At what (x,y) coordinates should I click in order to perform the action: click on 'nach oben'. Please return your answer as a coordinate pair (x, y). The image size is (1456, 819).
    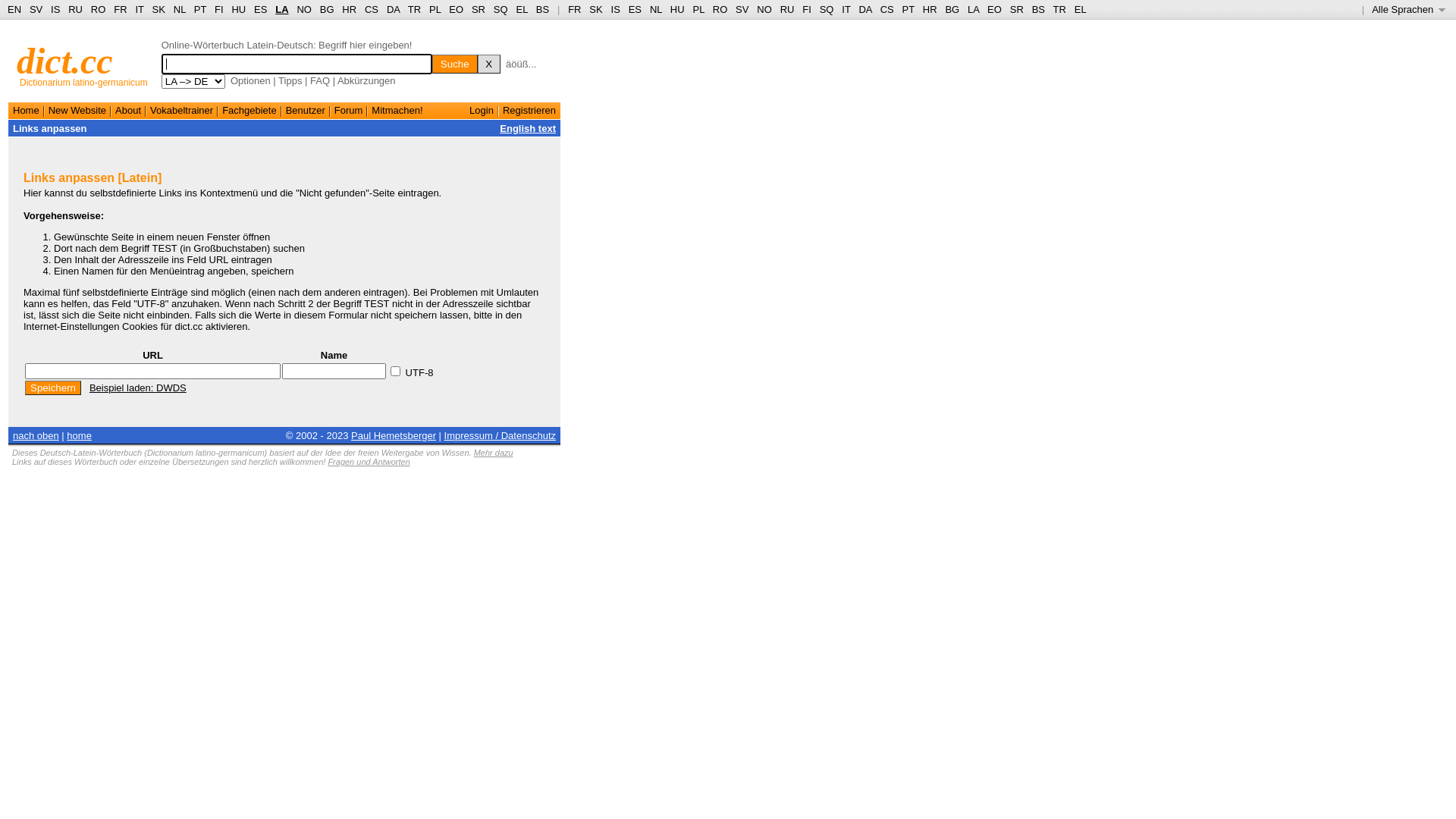
    Looking at the image, I should click on (36, 435).